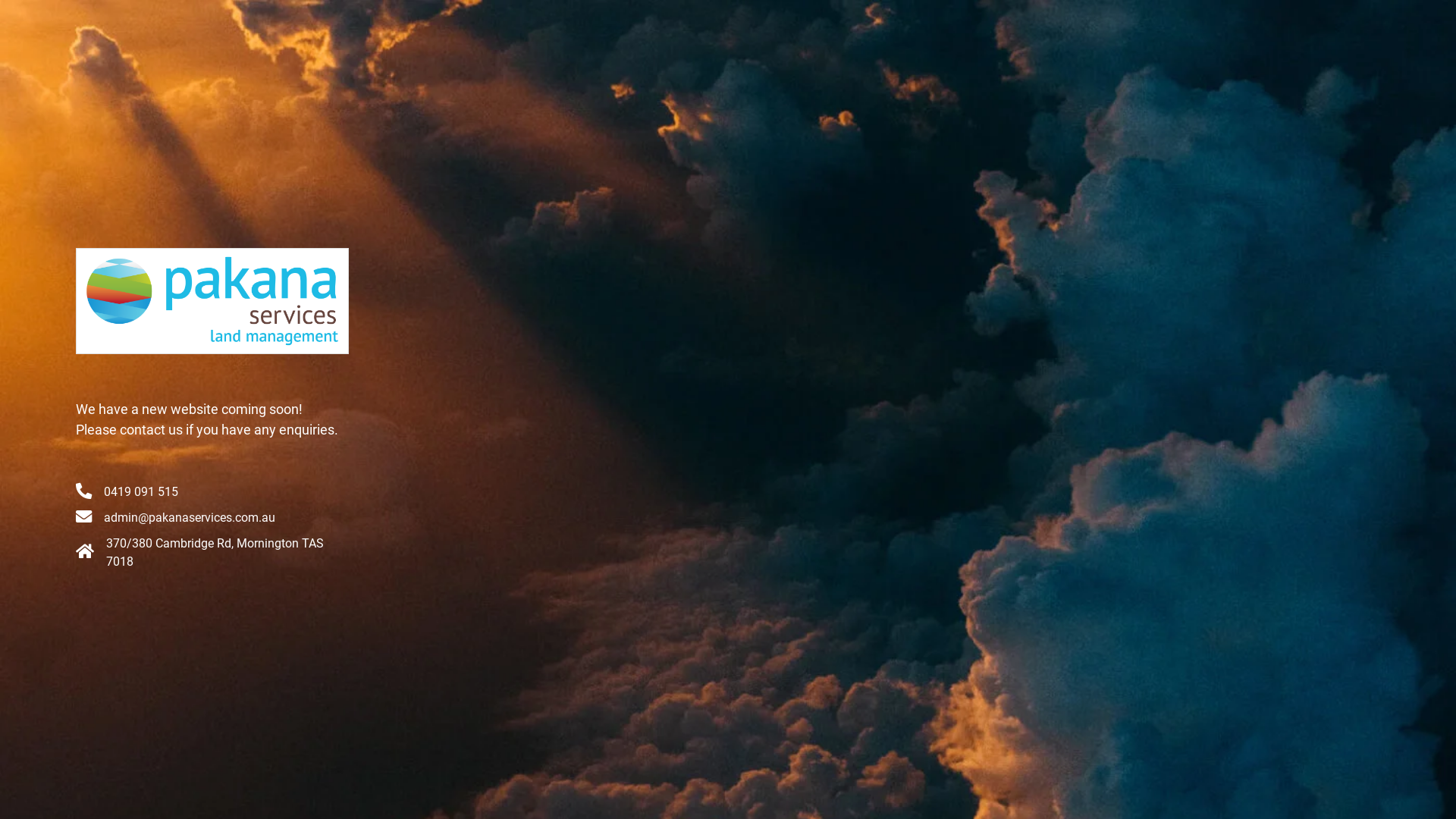 The height and width of the screenshot is (819, 1456). Describe the element at coordinates (214, 552) in the screenshot. I see `'370/380 Cambridge Rd, Mornington TAS 7018'` at that location.